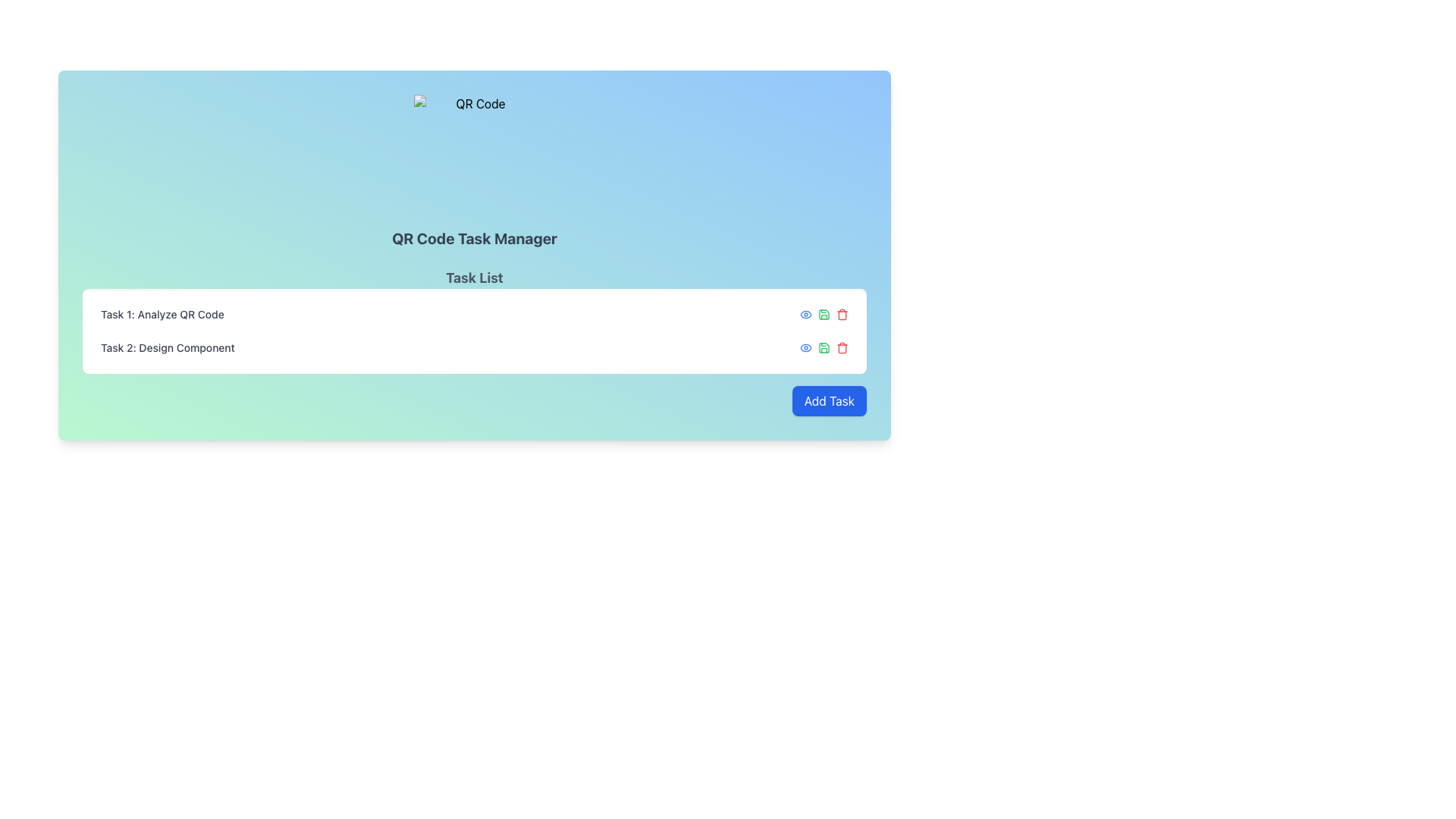 The height and width of the screenshot is (819, 1456). What do you see at coordinates (823, 348) in the screenshot?
I see `the small green save-icon button resembling a floppy disk located in the Actions column of the second task row ('Task 2: Design Component') to potentially display a tooltip` at bounding box center [823, 348].